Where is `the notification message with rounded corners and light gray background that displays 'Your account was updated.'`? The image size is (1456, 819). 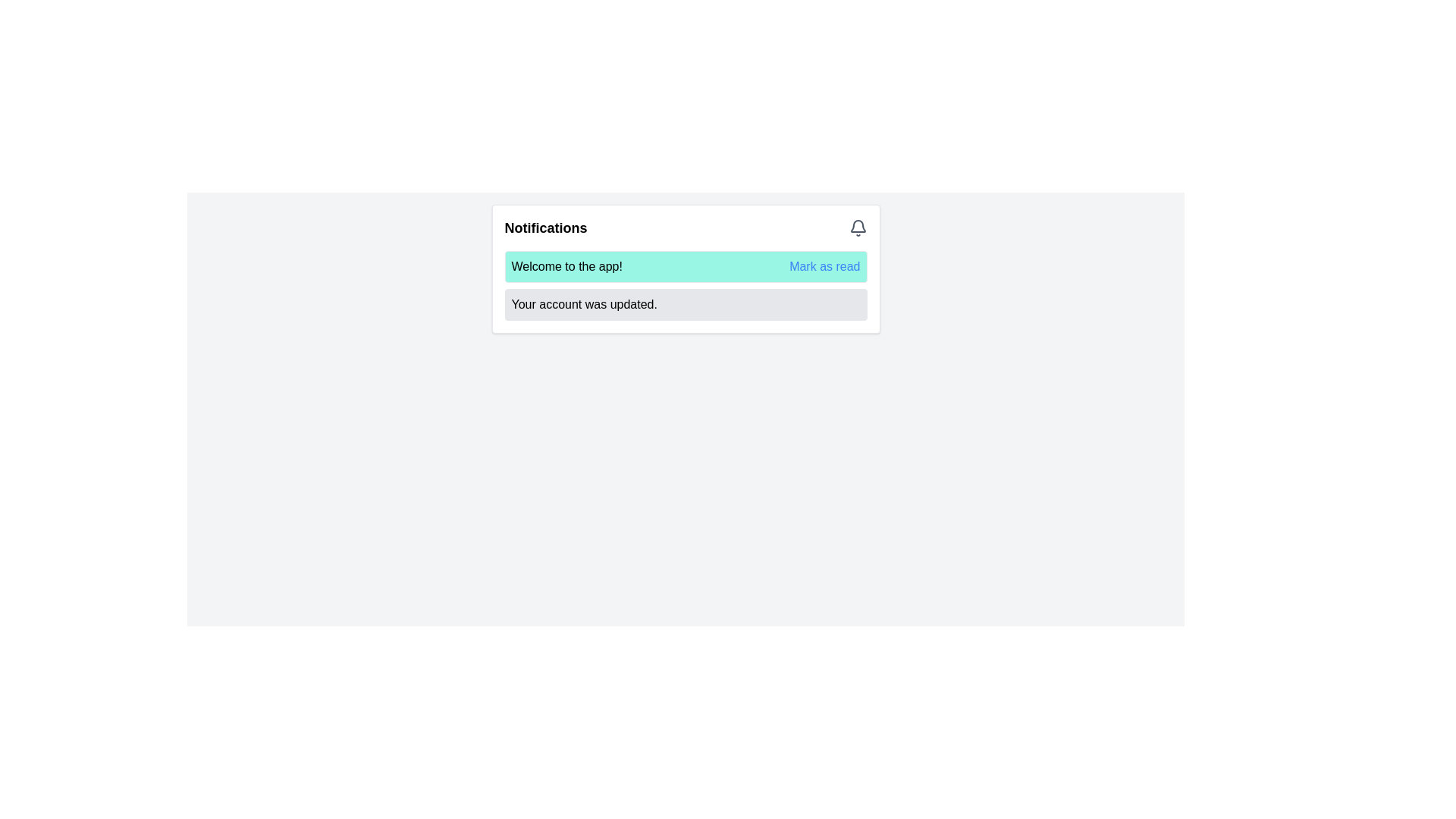 the notification message with rounded corners and light gray background that displays 'Your account was updated.' is located at coordinates (685, 304).